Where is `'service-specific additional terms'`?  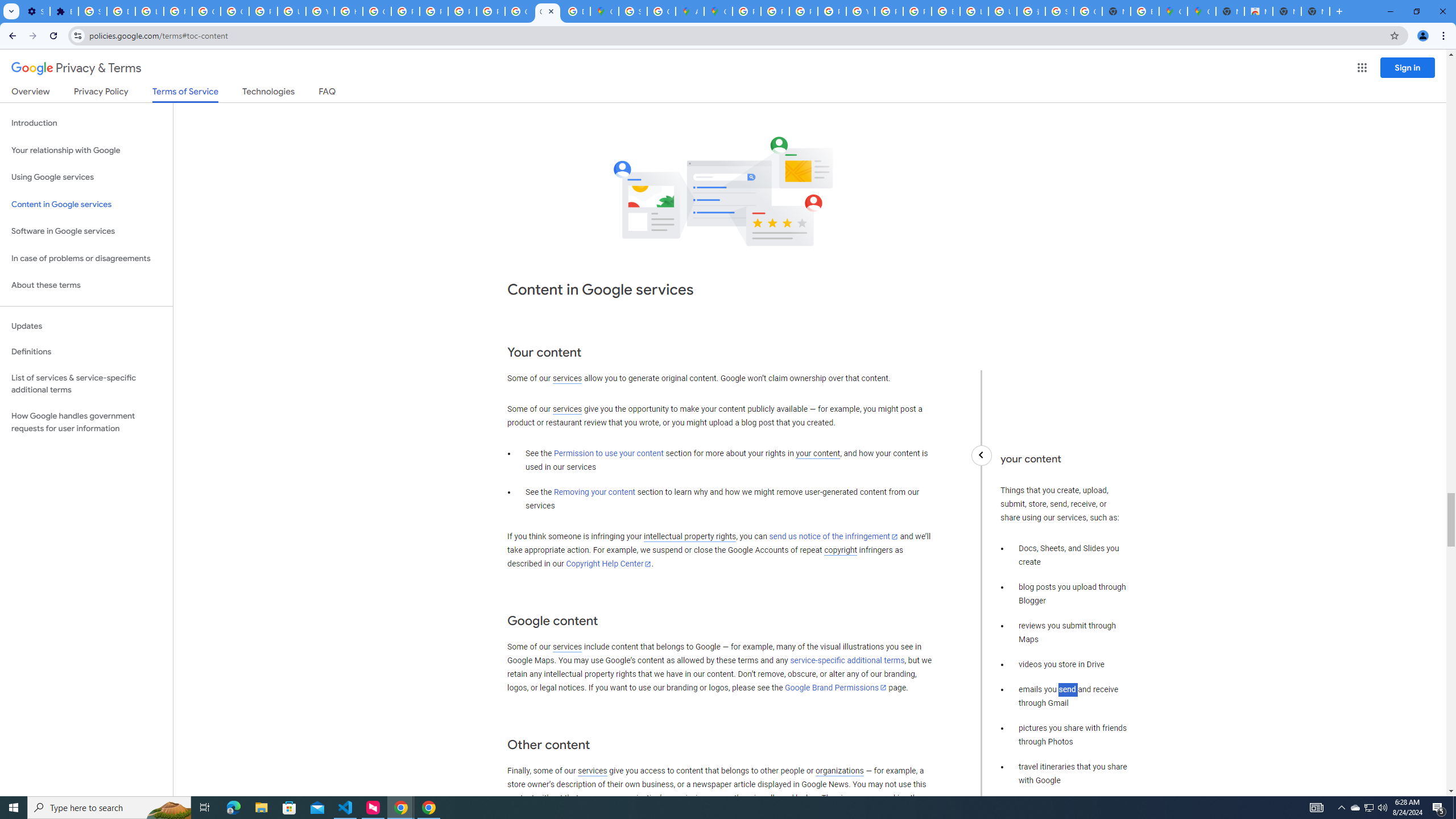
'service-specific additional terms' is located at coordinates (846, 660).